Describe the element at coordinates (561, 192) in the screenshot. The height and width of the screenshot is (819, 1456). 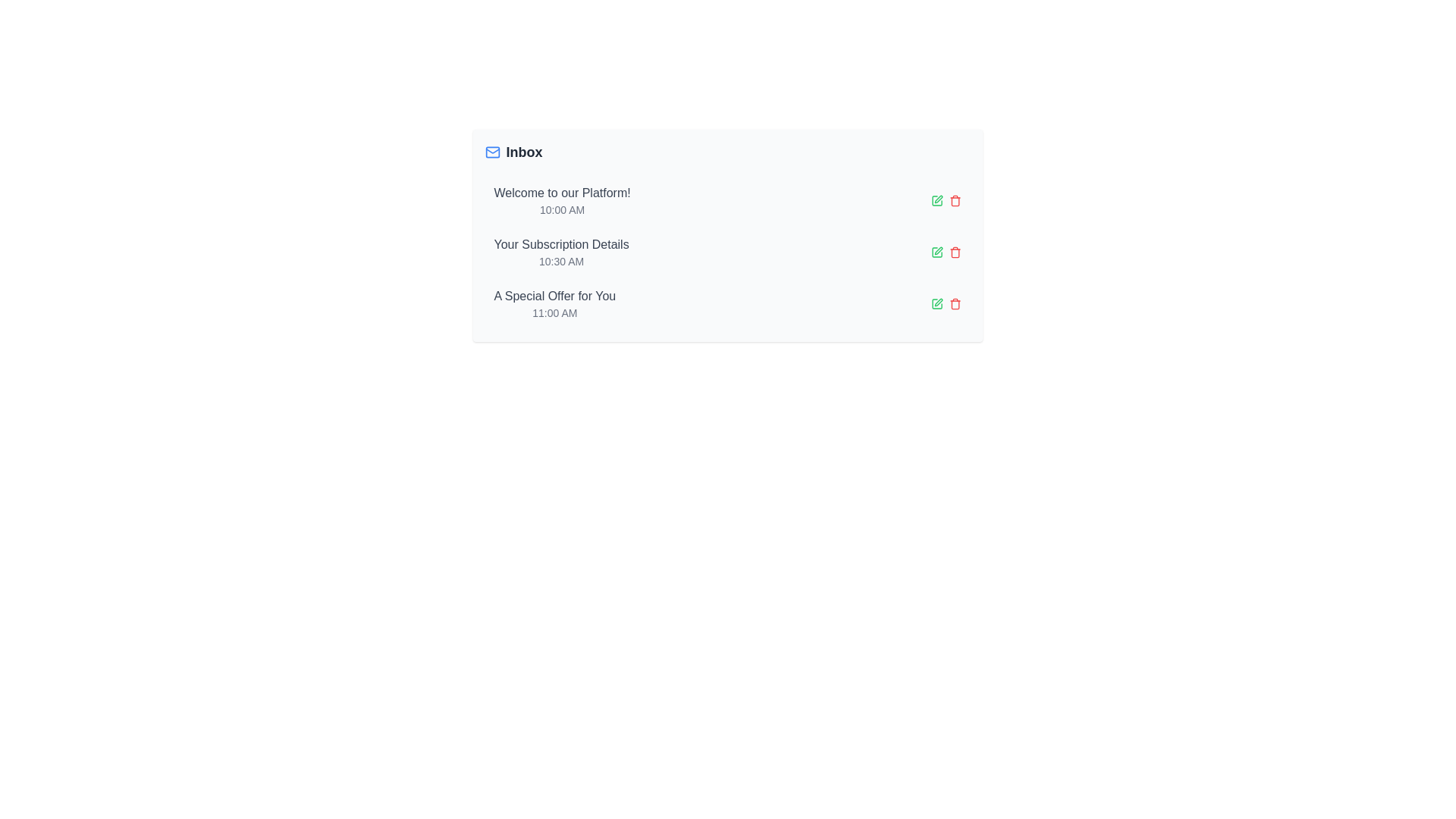
I see `the text component displaying 'Welcome to our Platform!' which is prominently positioned at the top of the 'Inbox' section` at that location.